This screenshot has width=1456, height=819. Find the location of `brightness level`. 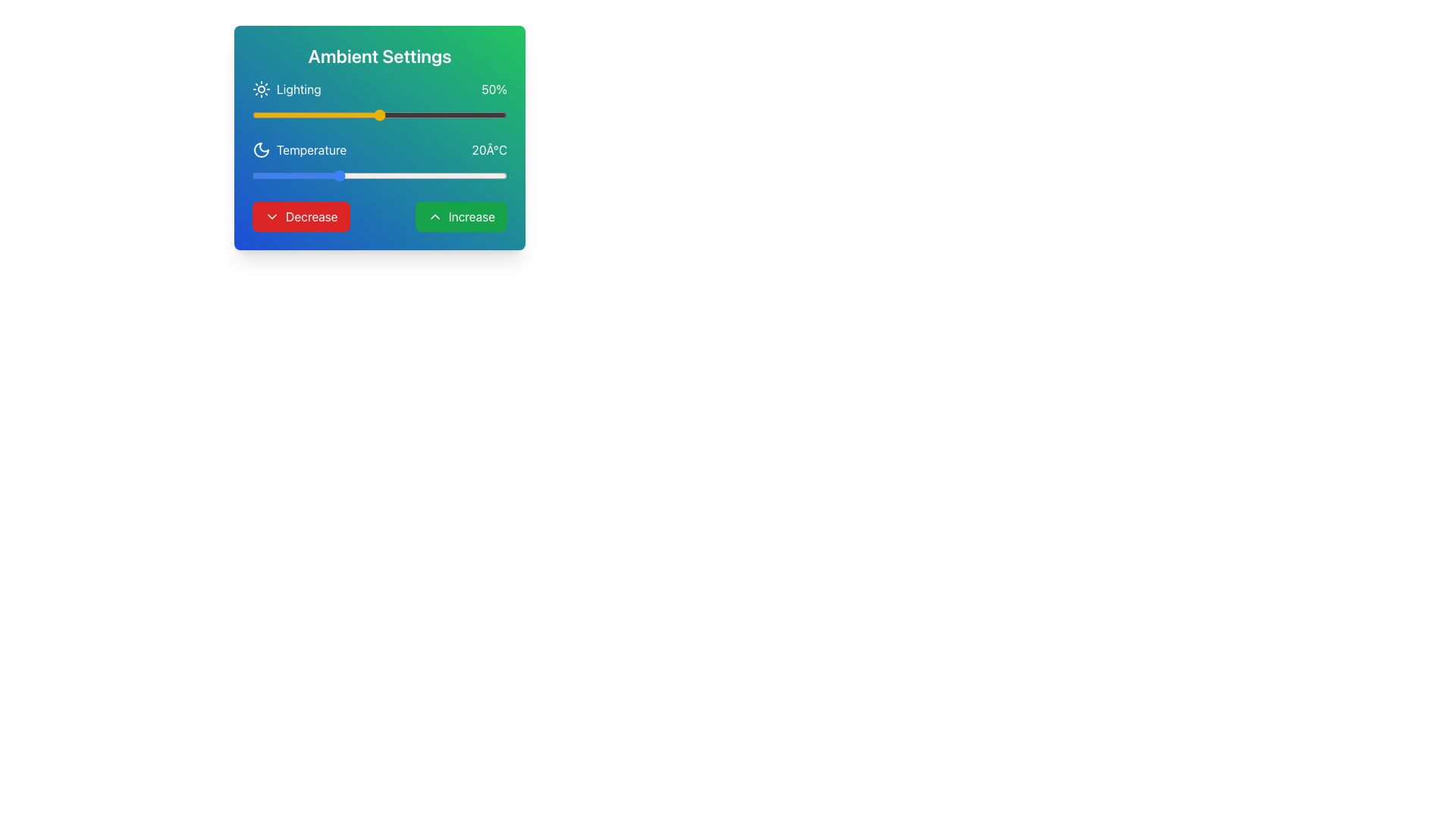

brightness level is located at coordinates (403, 114).